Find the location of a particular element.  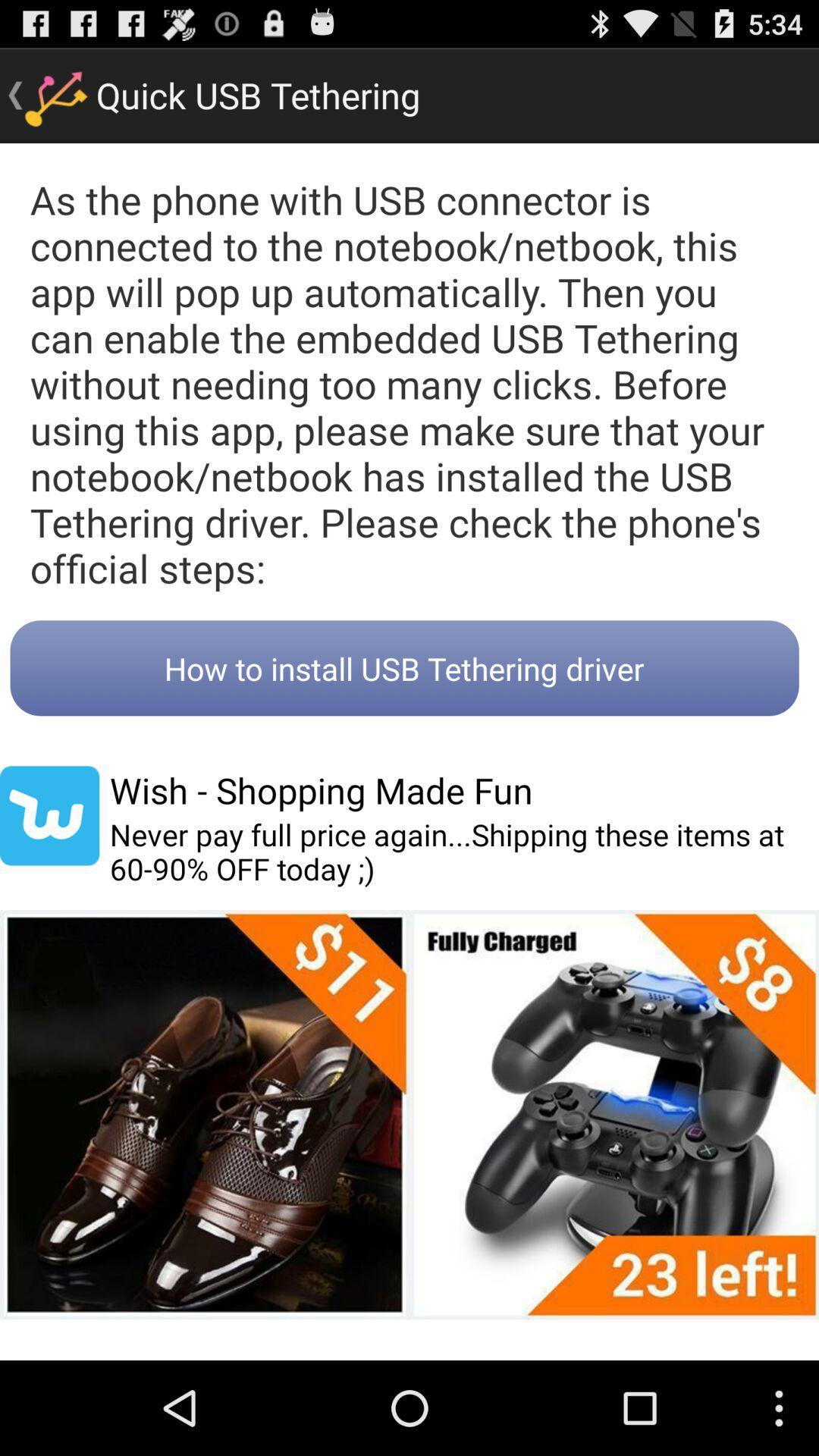

icon at the bottom is located at coordinates (409, 1114).